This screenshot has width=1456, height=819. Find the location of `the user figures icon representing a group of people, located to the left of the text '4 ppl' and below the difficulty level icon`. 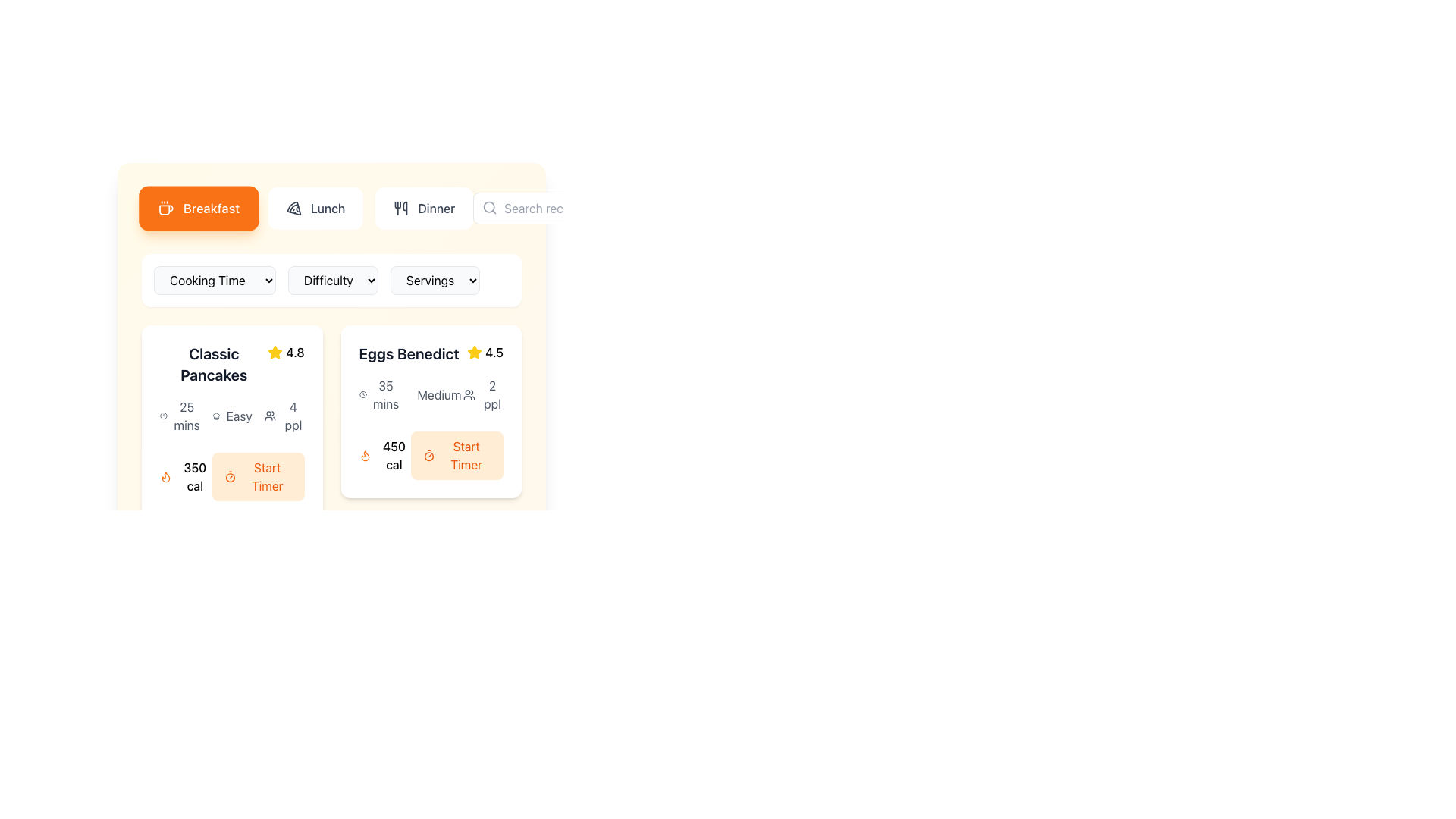

the user figures icon representing a group of people, located to the left of the text '4 ppl' and below the difficulty level icon is located at coordinates (270, 416).